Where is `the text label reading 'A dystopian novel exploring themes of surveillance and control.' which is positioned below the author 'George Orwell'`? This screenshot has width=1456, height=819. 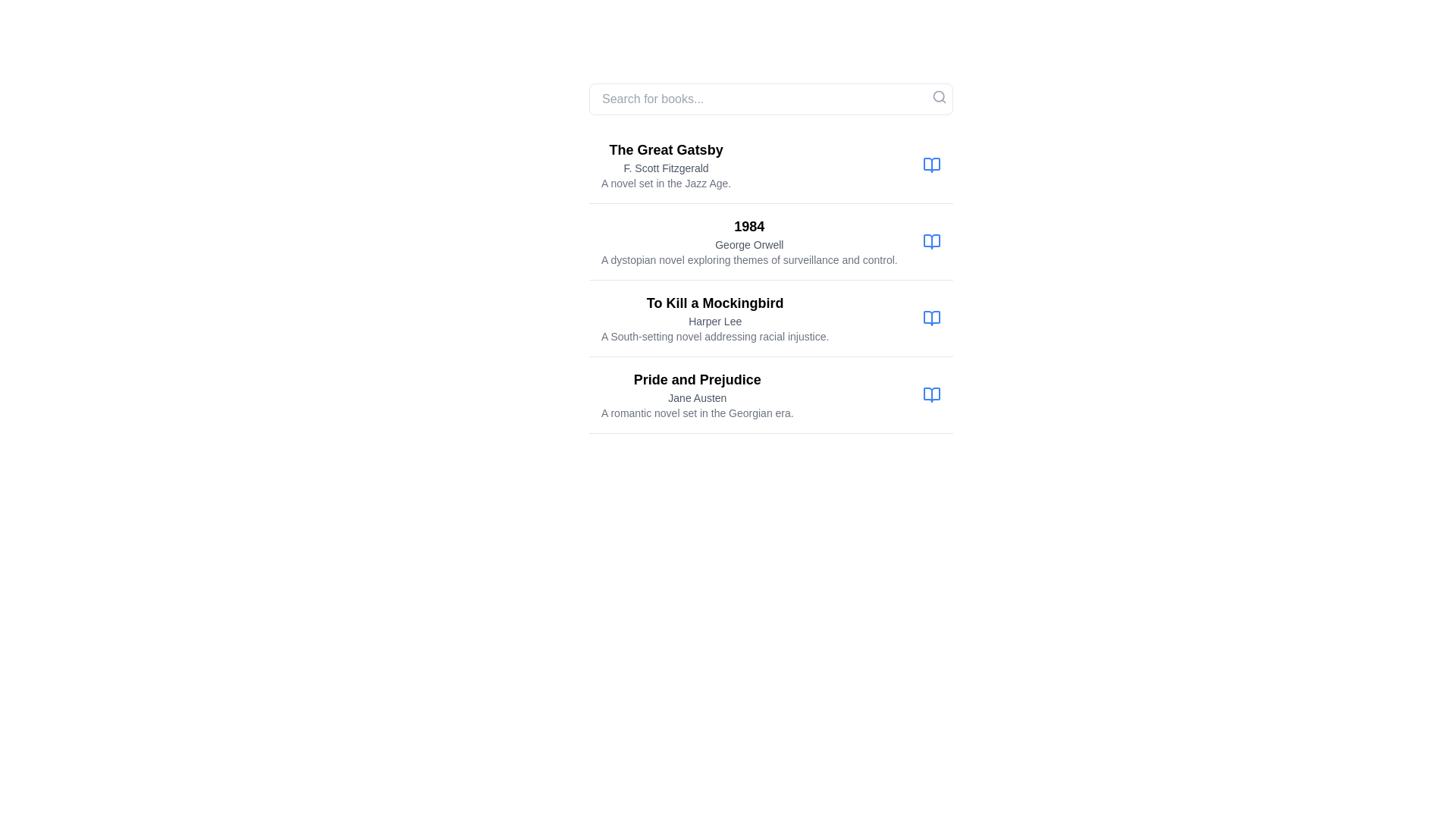
the text label reading 'A dystopian novel exploring themes of surveillance and control.' which is positioned below the author 'George Orwell' is located at coordinates (749, 259).